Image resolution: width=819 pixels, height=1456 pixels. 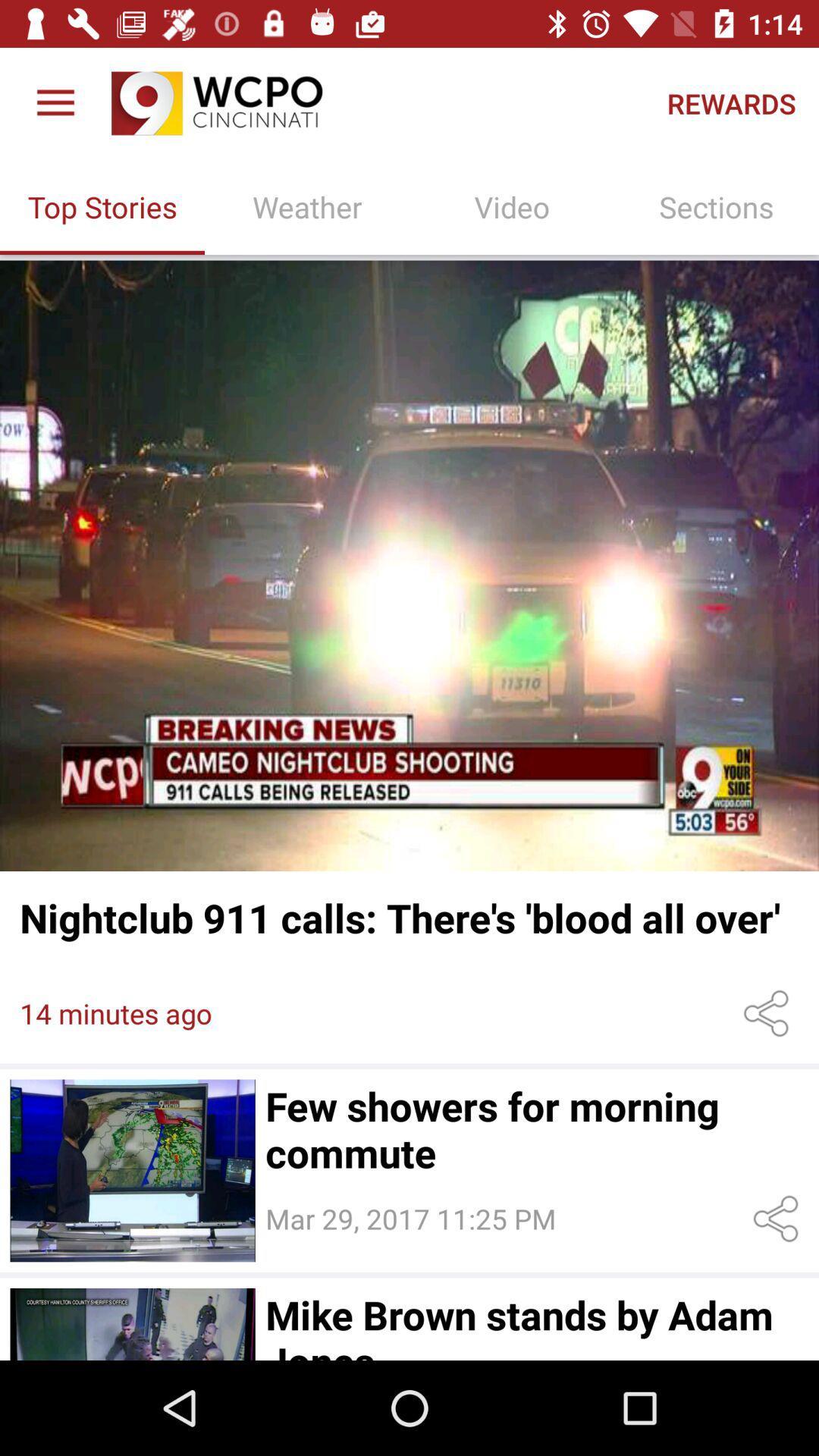 I want to click on share this, so click(x=779, y=1219).